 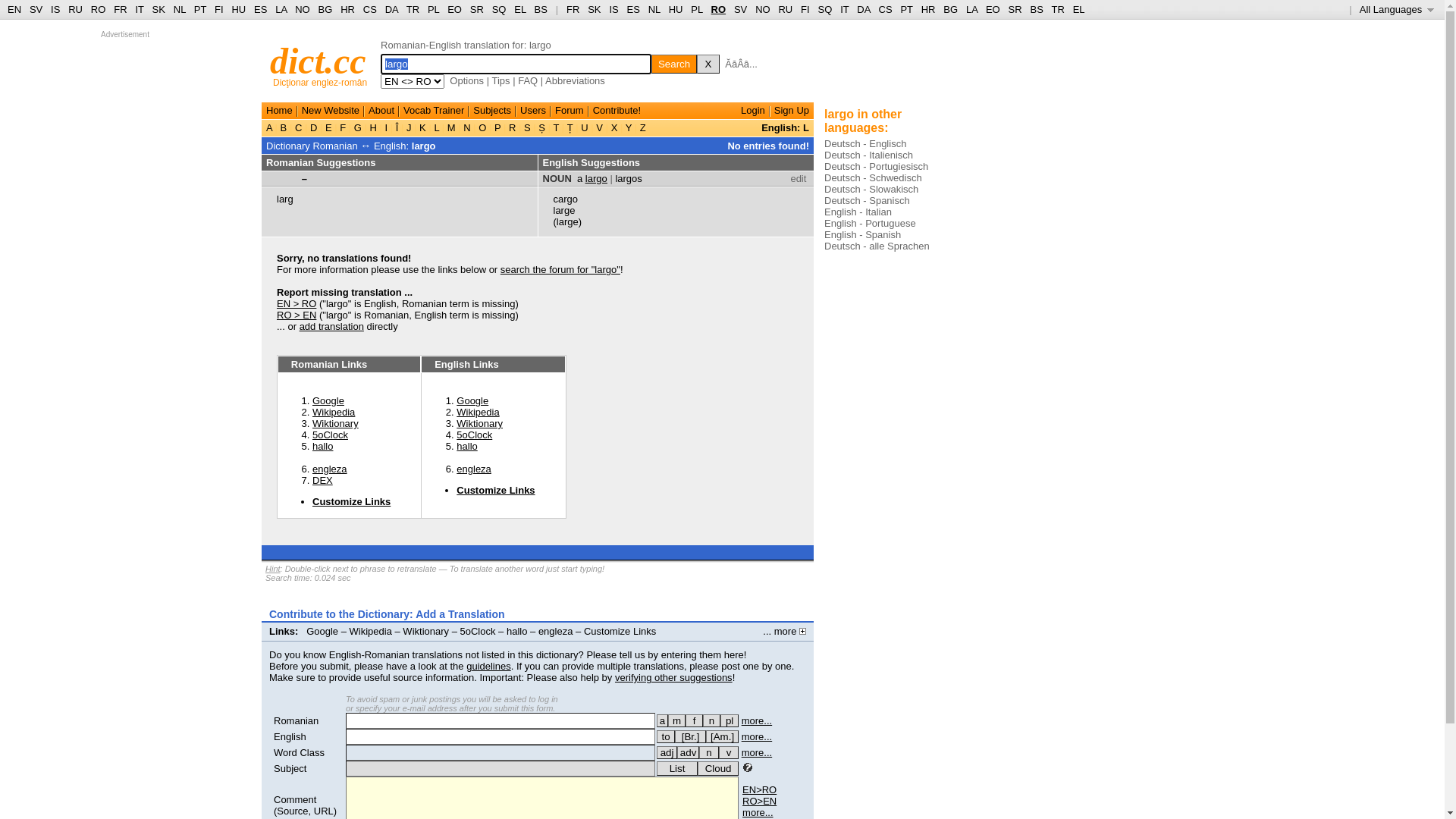 I want to click on 'RO', so click(x=718, y=9).